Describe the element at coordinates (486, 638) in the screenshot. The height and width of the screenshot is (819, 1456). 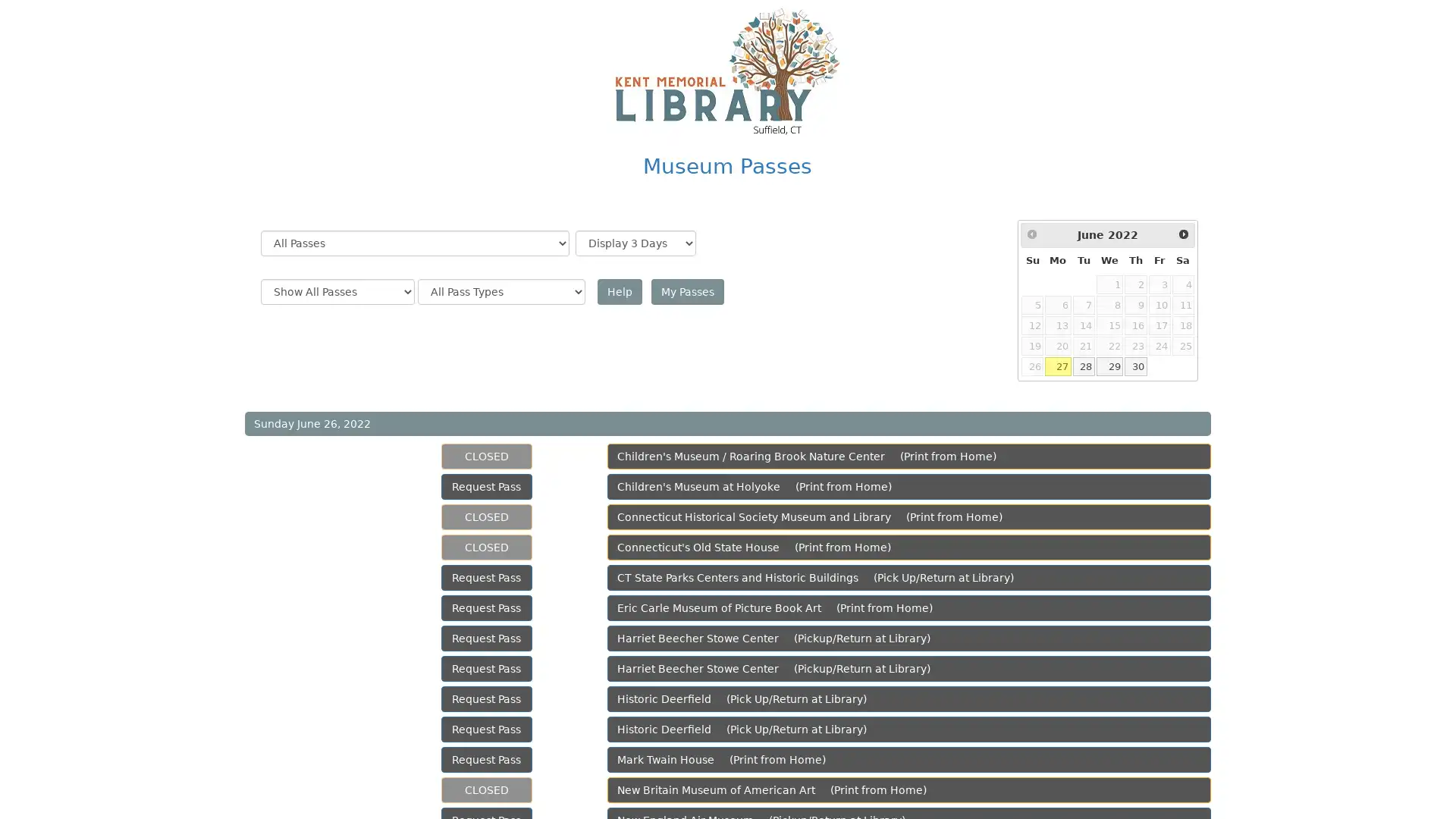
I see `Request Pass` at that location.